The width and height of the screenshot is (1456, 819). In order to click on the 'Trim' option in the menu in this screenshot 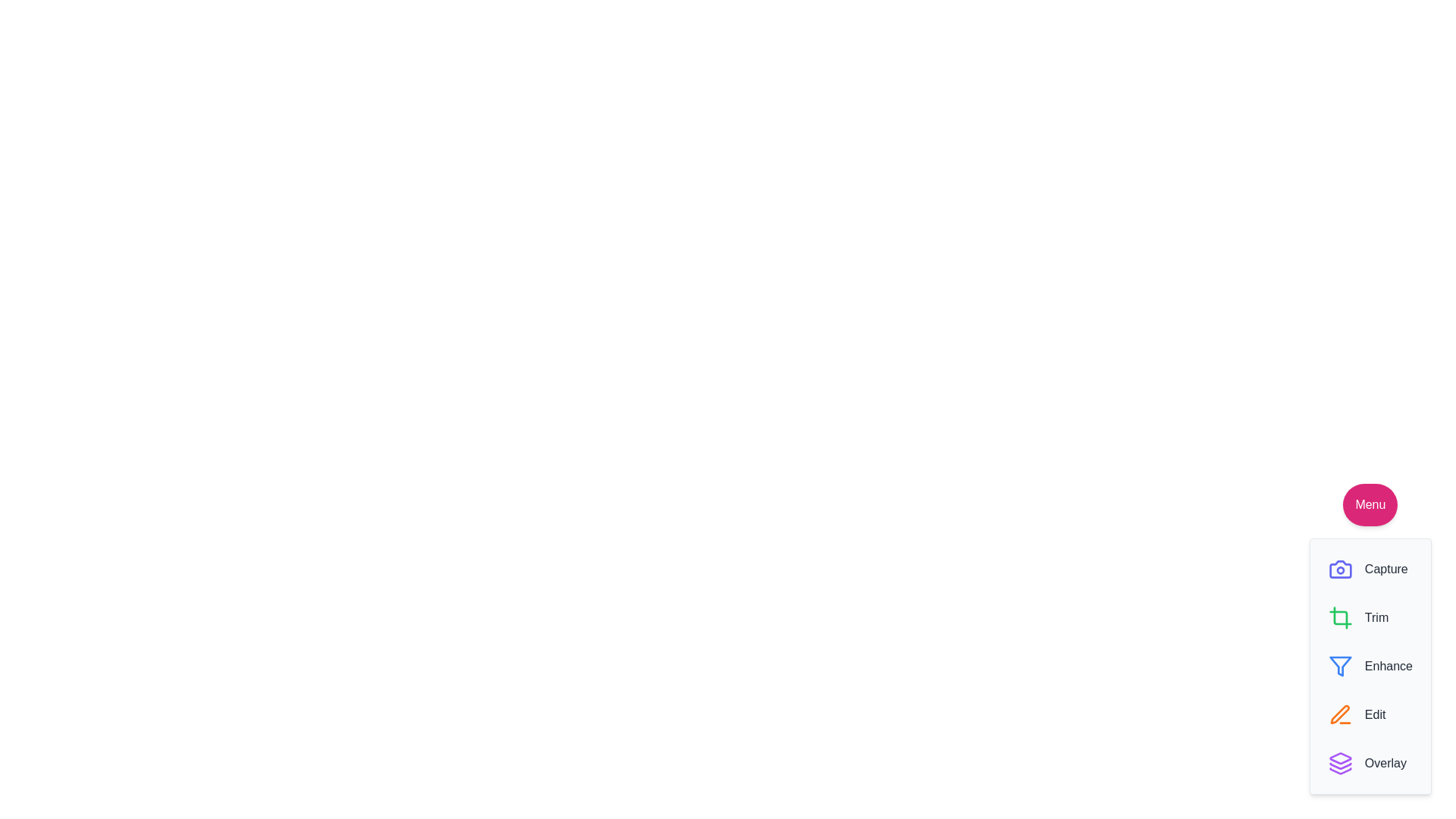, I will do `click(1357, 617)`.